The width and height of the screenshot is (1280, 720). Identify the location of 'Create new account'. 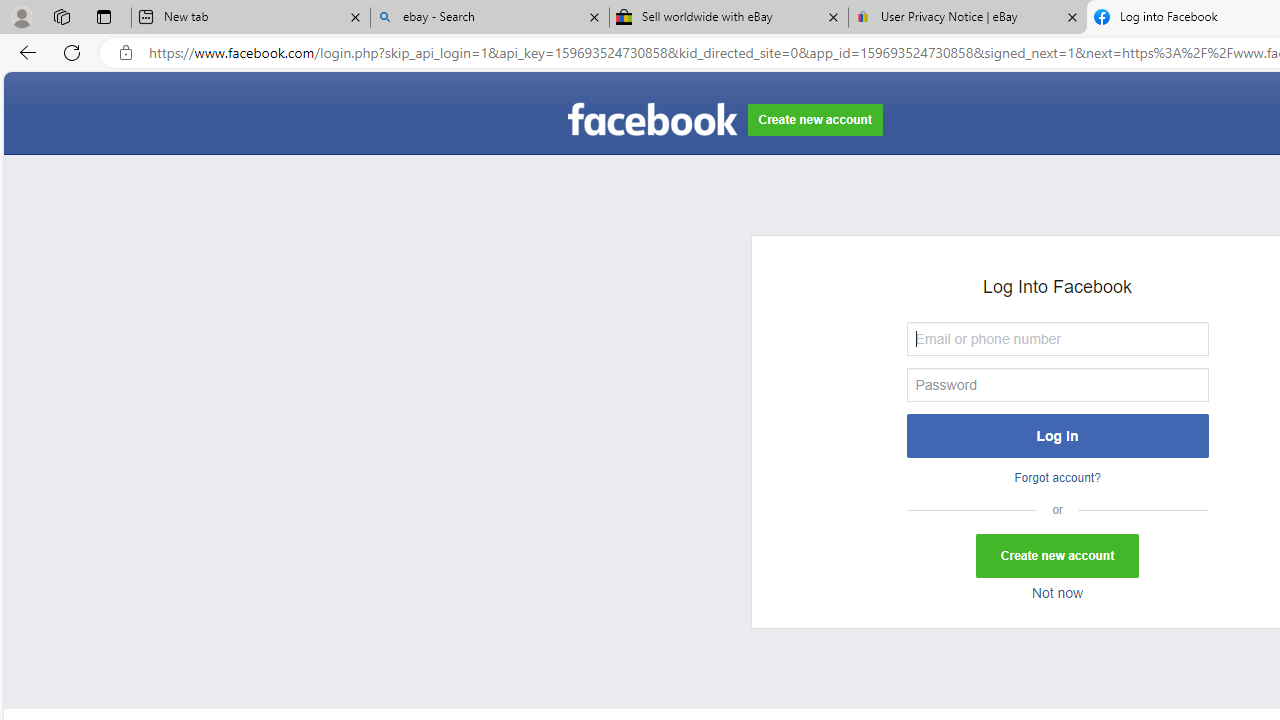
(1056, 556).